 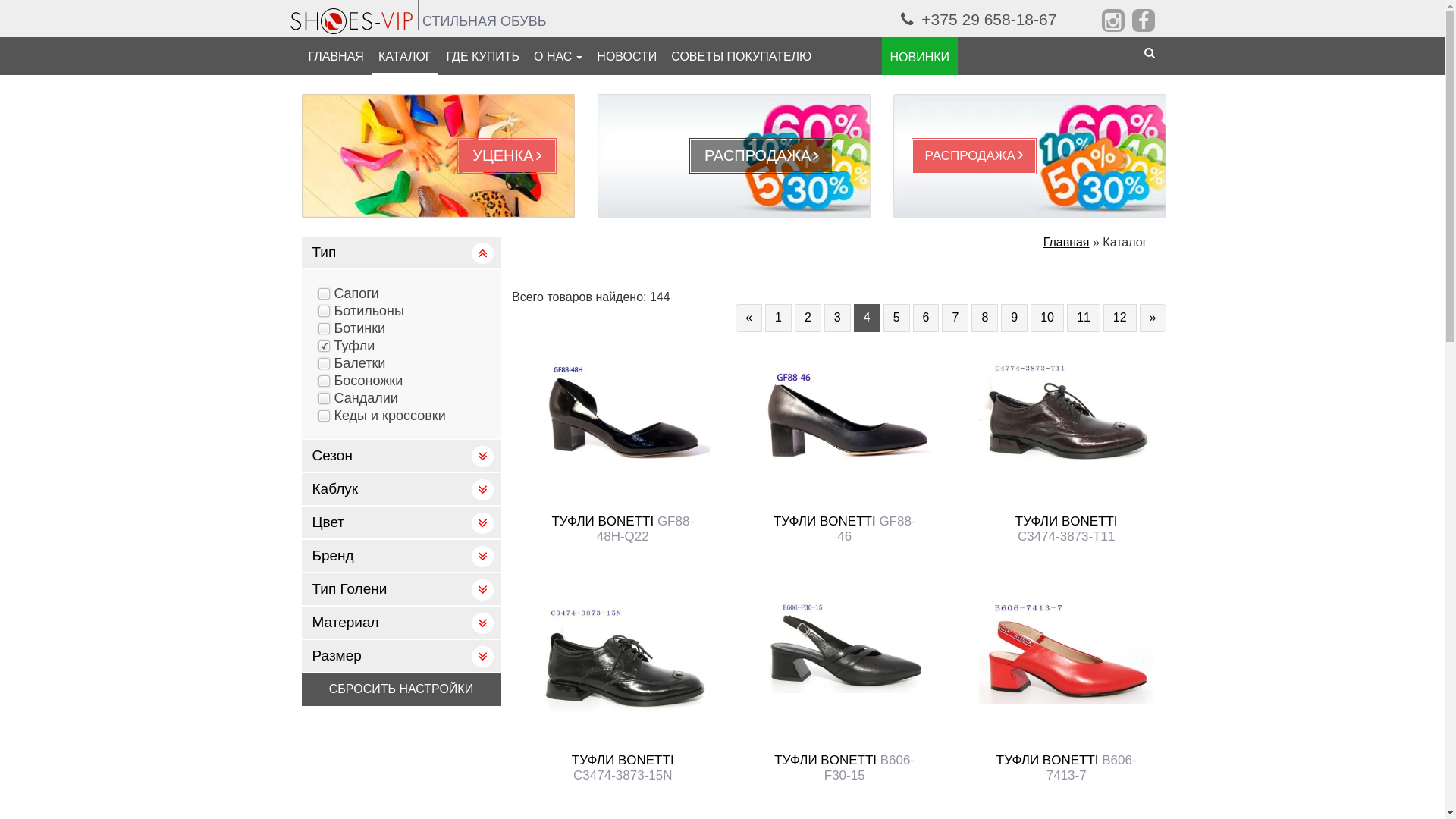 What do you see at coordinates (1083, 317) in the screenshot?
I see `'11'` at bounding box center [1083, 317].